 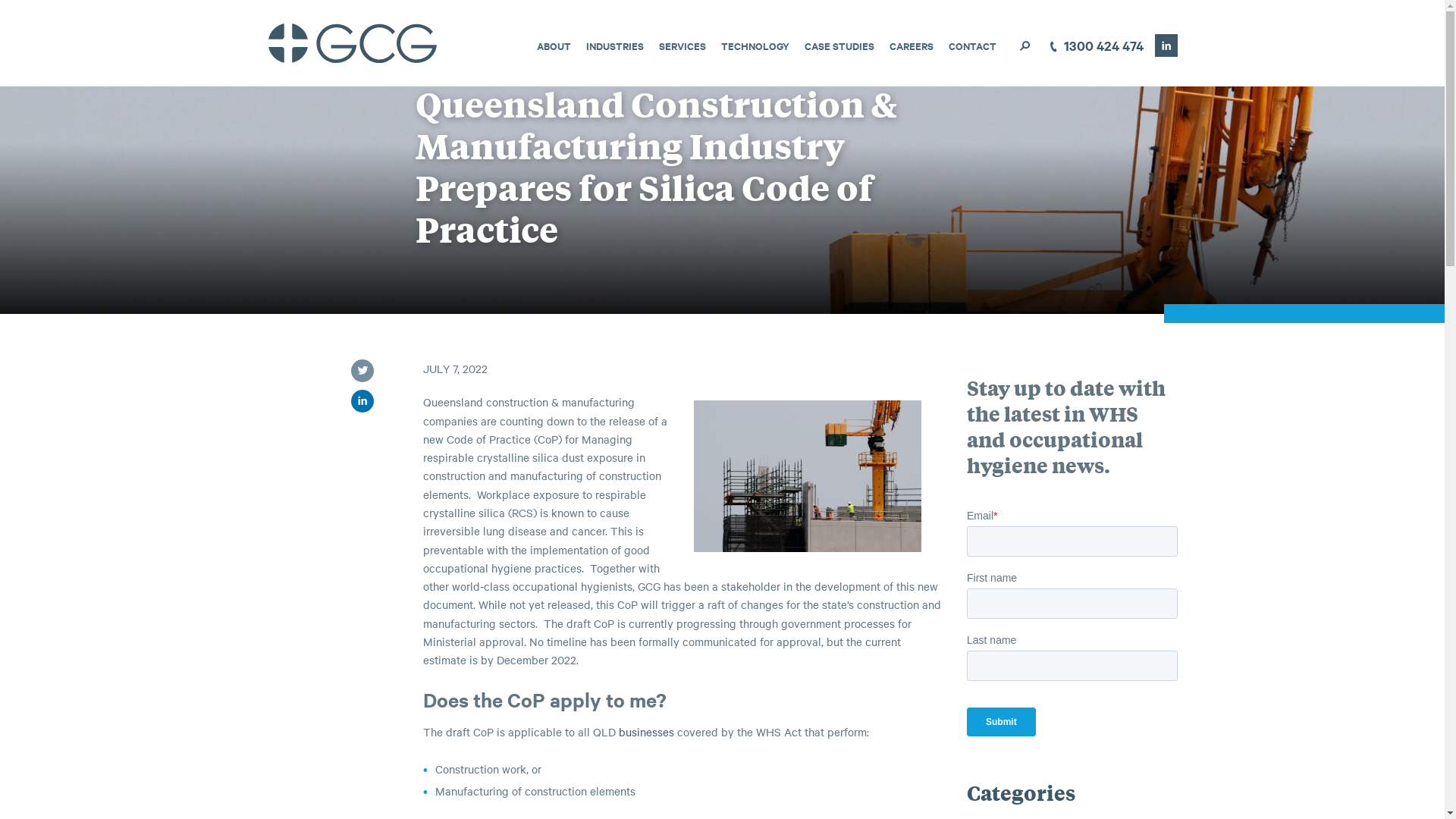 I want to click on 'businesses', so click(x=646, y=730).